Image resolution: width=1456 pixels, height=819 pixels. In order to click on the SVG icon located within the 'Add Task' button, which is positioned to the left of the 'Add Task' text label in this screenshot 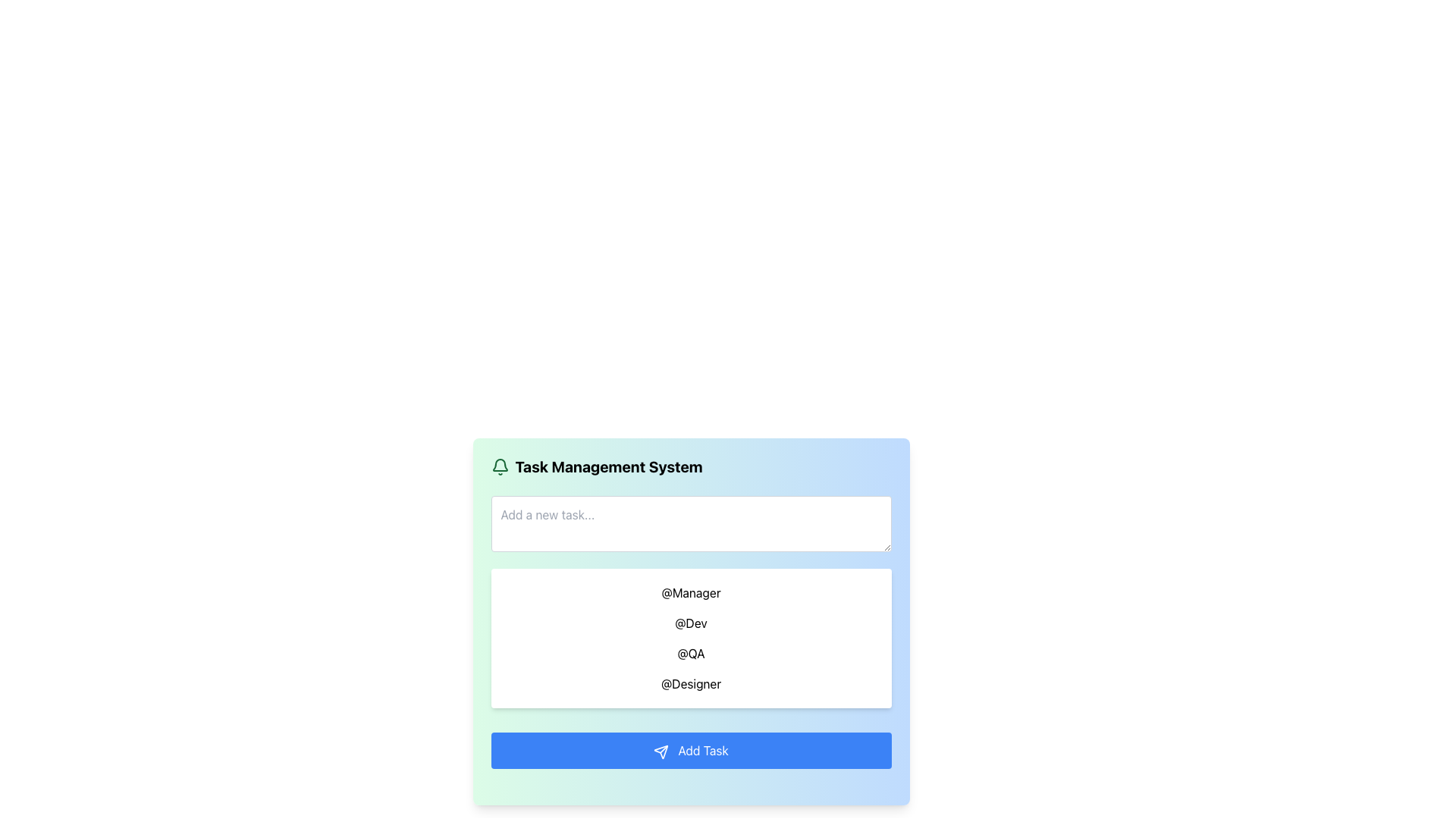, I will do `click(661, 752)`.